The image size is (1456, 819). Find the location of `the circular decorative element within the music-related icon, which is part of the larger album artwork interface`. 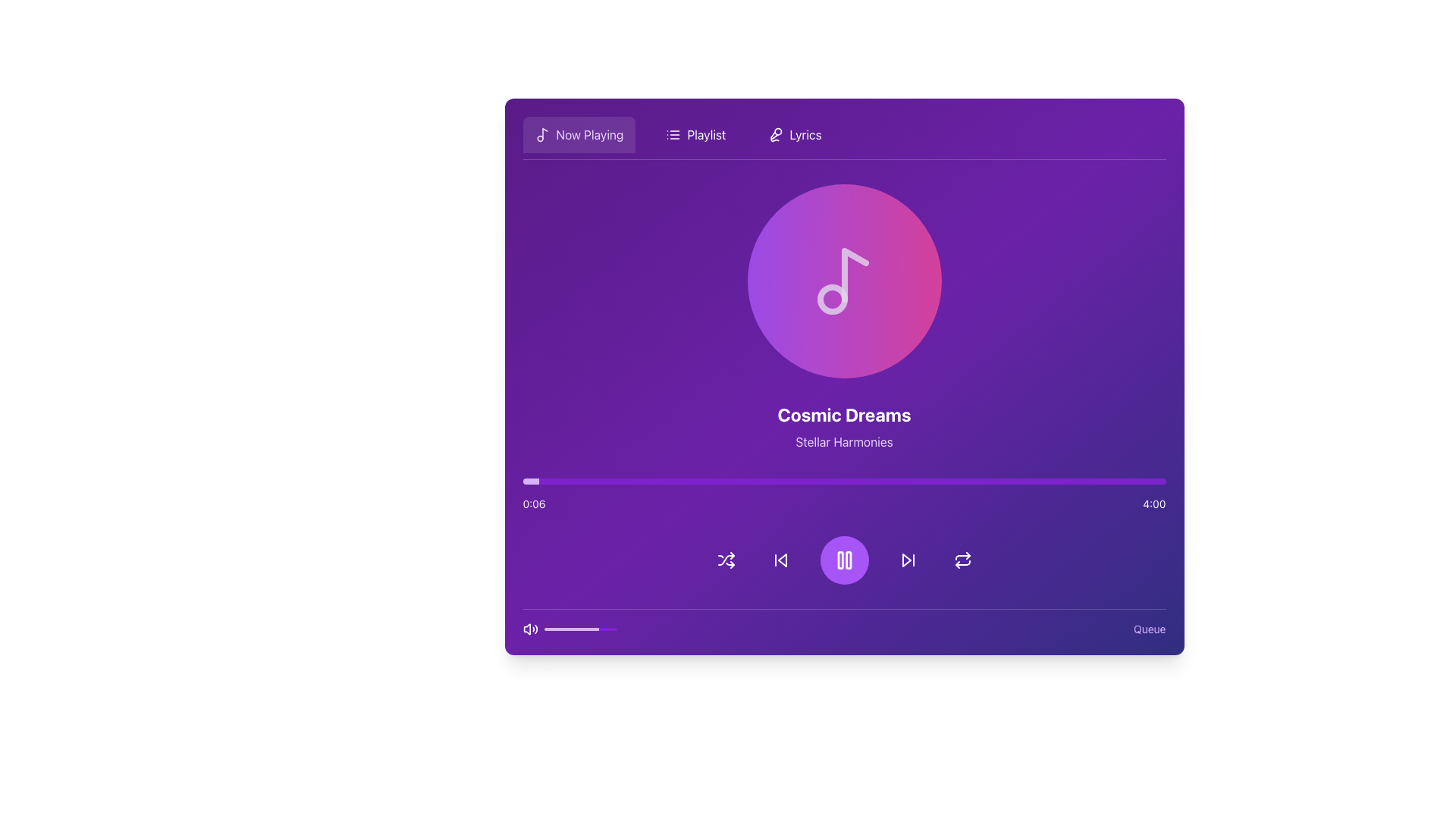

the circular decorative element within the music-related icon, which is part of the larger album artwork interface is located at coordinates (831, 299).